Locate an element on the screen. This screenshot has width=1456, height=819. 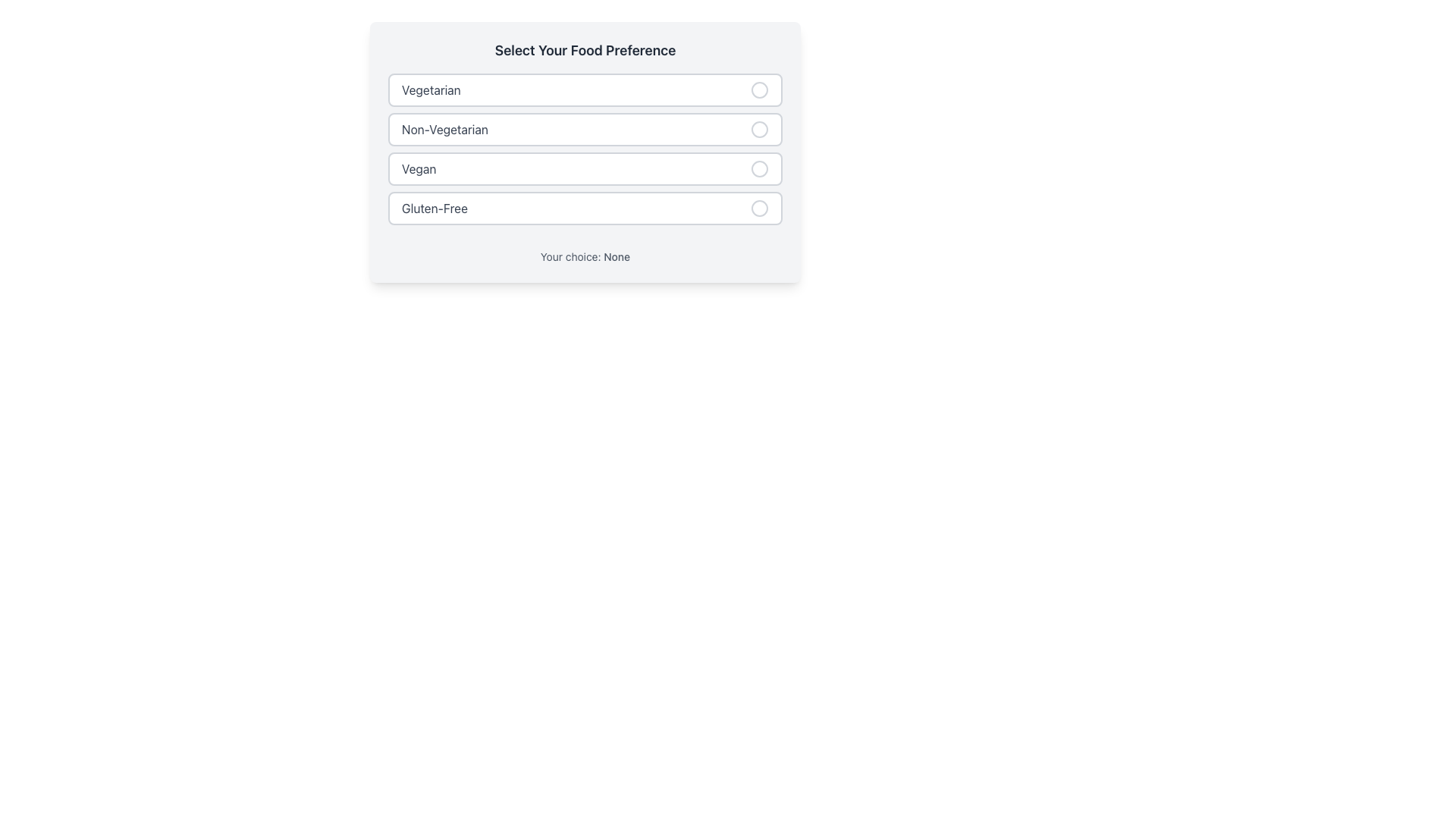
the inactive radio button for 'Vegetarian' to indicate interactive selection is located at coordinates (760, 90).